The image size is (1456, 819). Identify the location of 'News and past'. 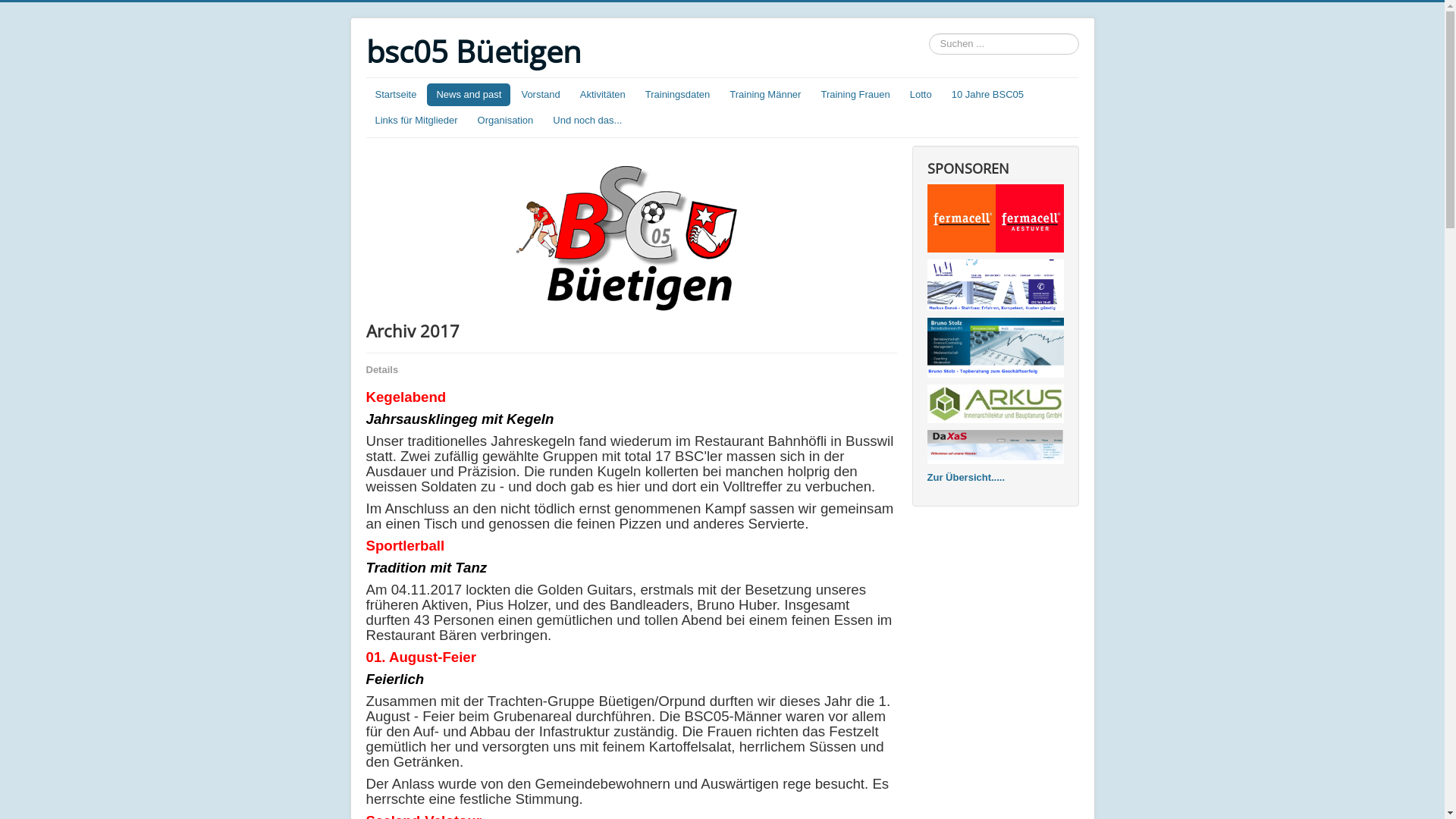
(468, 94).